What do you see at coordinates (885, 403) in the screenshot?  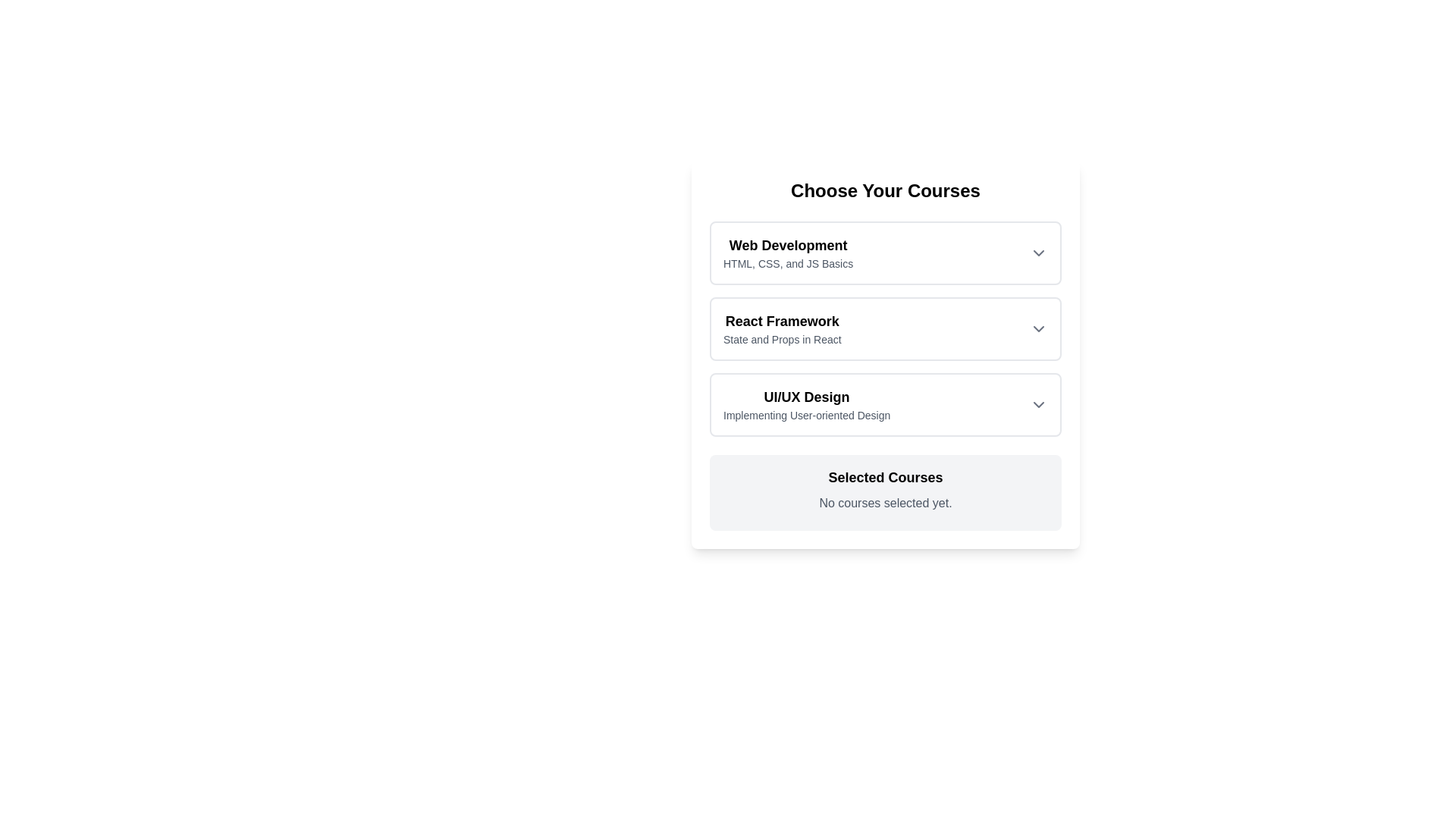 I see `the collapsible list item representing the course 'UI/UX Design', which is the third item in the course options list` at bounding box center [885, 403].